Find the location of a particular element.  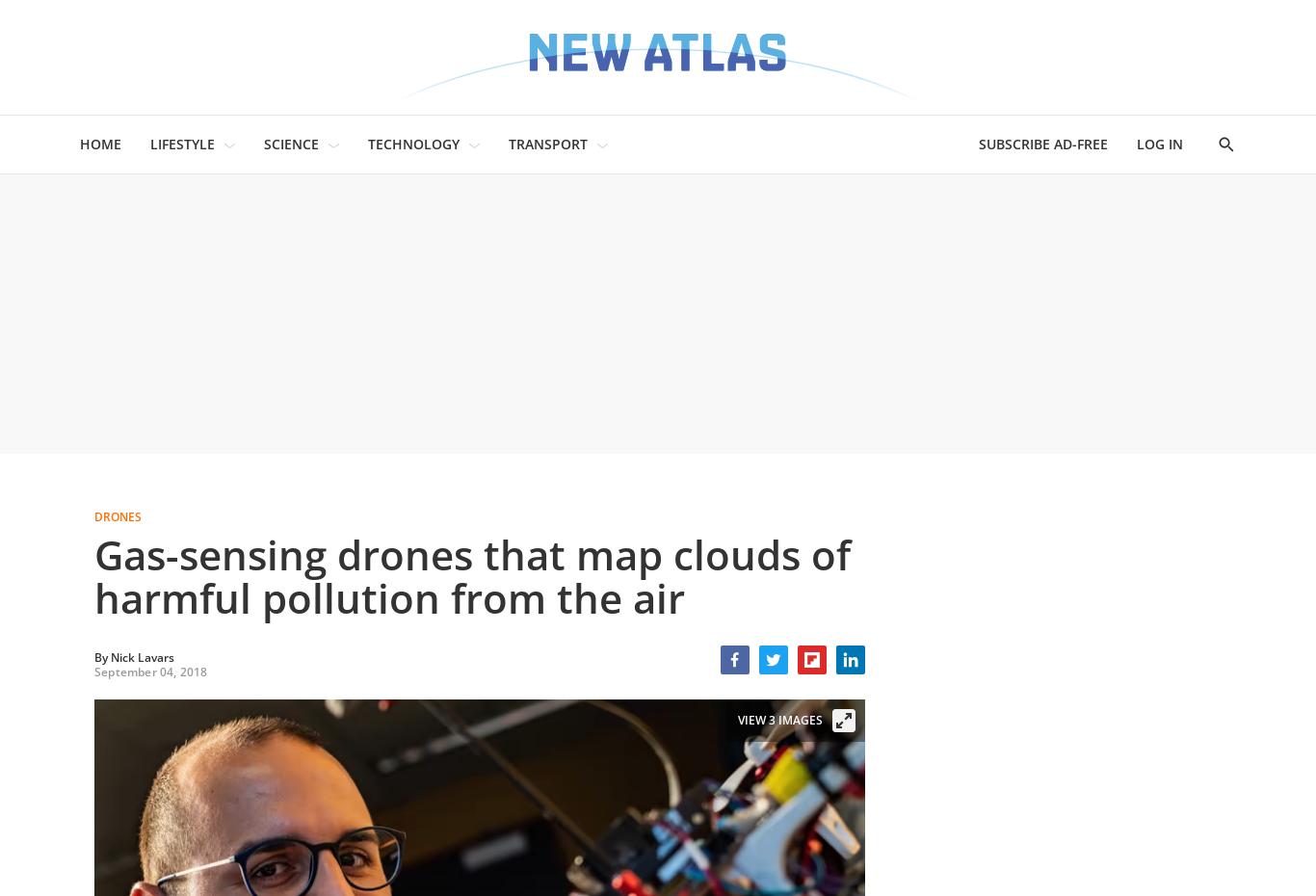

'TRANSPORT' is located at coordinates (547, 144).